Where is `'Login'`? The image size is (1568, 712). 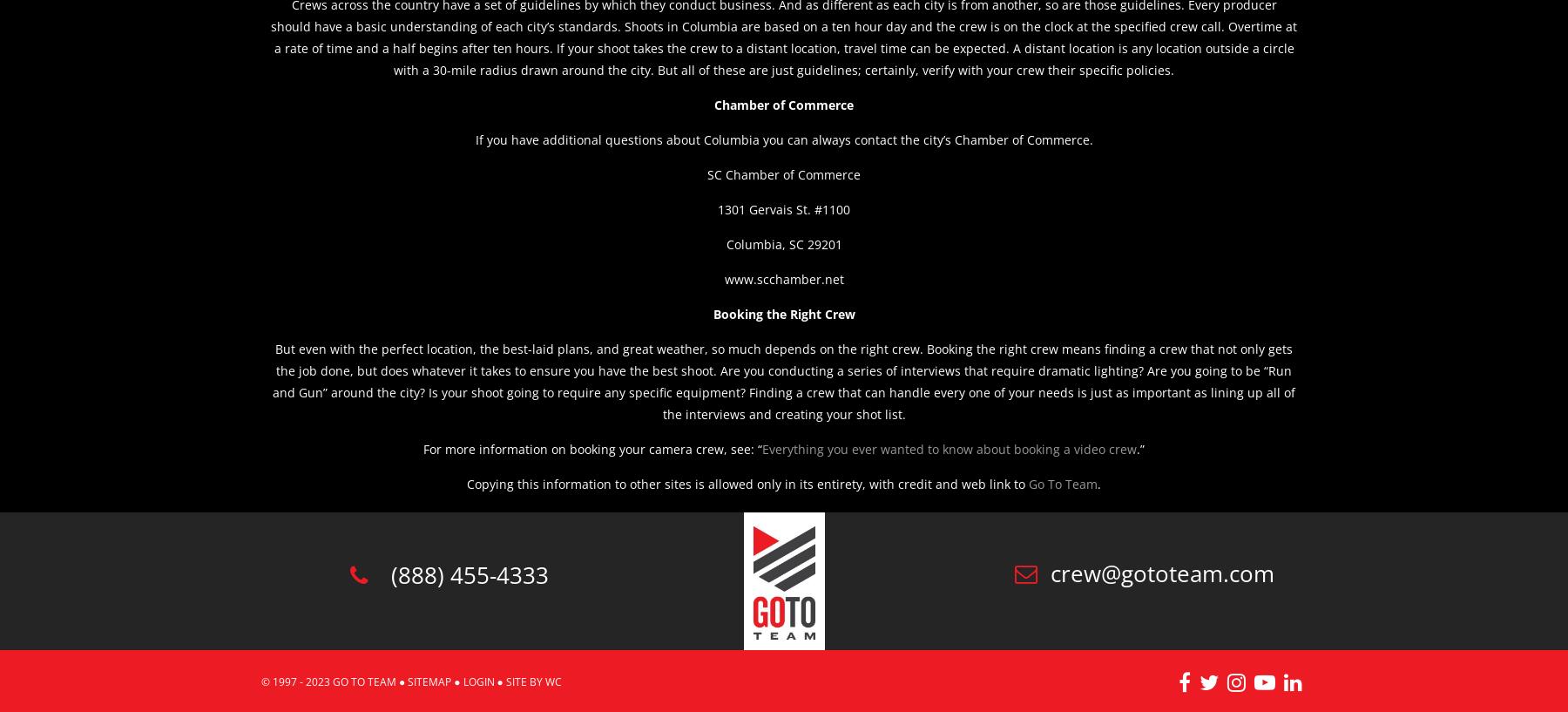
'Login' is located at coordinates (462, 681).